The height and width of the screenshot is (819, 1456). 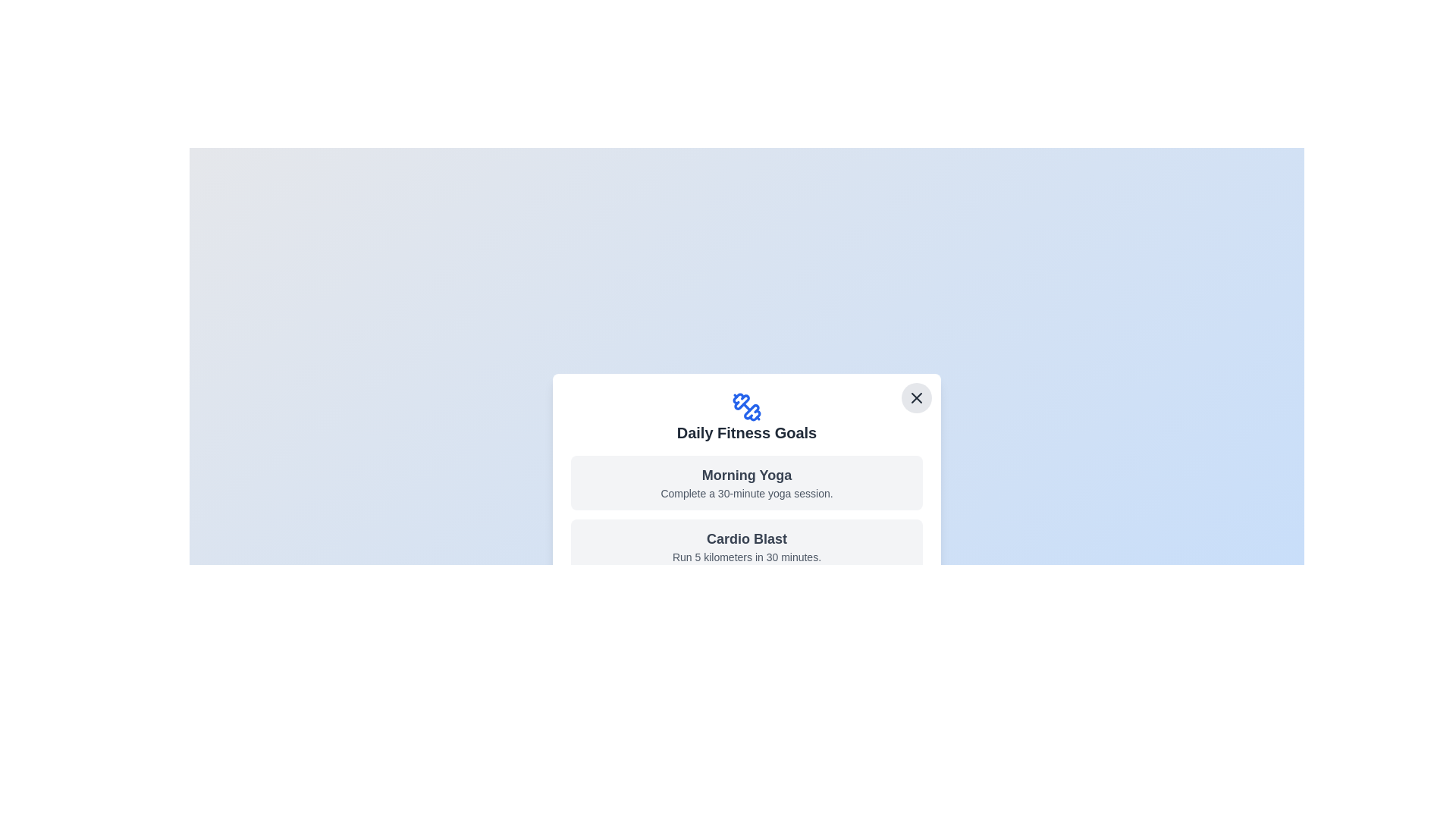 What do you see at coordinates (916, 397) in the screenshot?
I see `the 'X' close button located in the top-right corner of the dialog box displaying fitness goals to potentially see an interaction effect` at bounding box center [916, 397].